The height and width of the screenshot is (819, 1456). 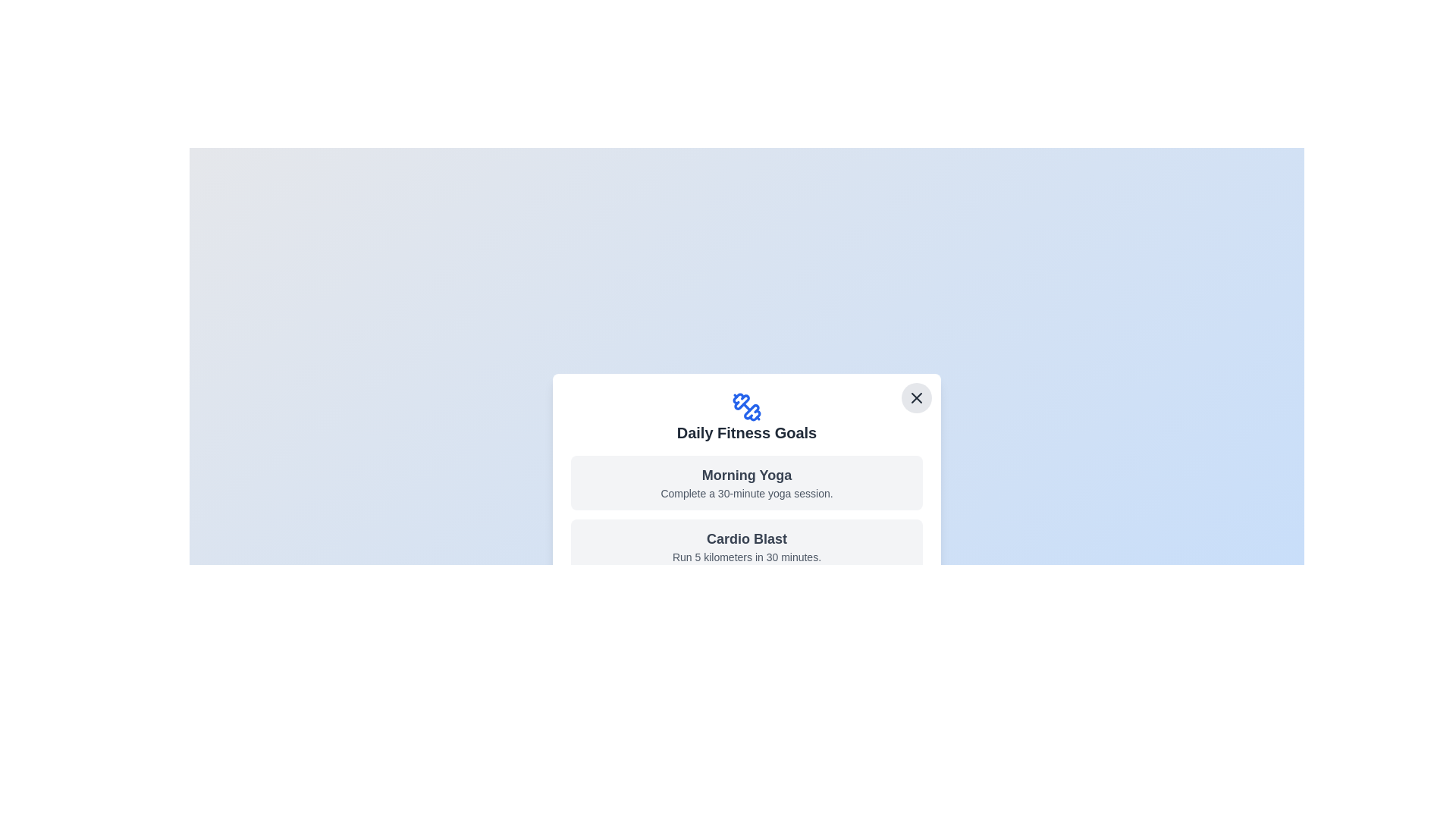 What do you see at coordinates (916, 397) in the screenshot?
I see `the 'X' close button located in the top-right corner of the dialog box displaying fitness goals to potentially see an interaction effect` at bounding box center [916, 397].